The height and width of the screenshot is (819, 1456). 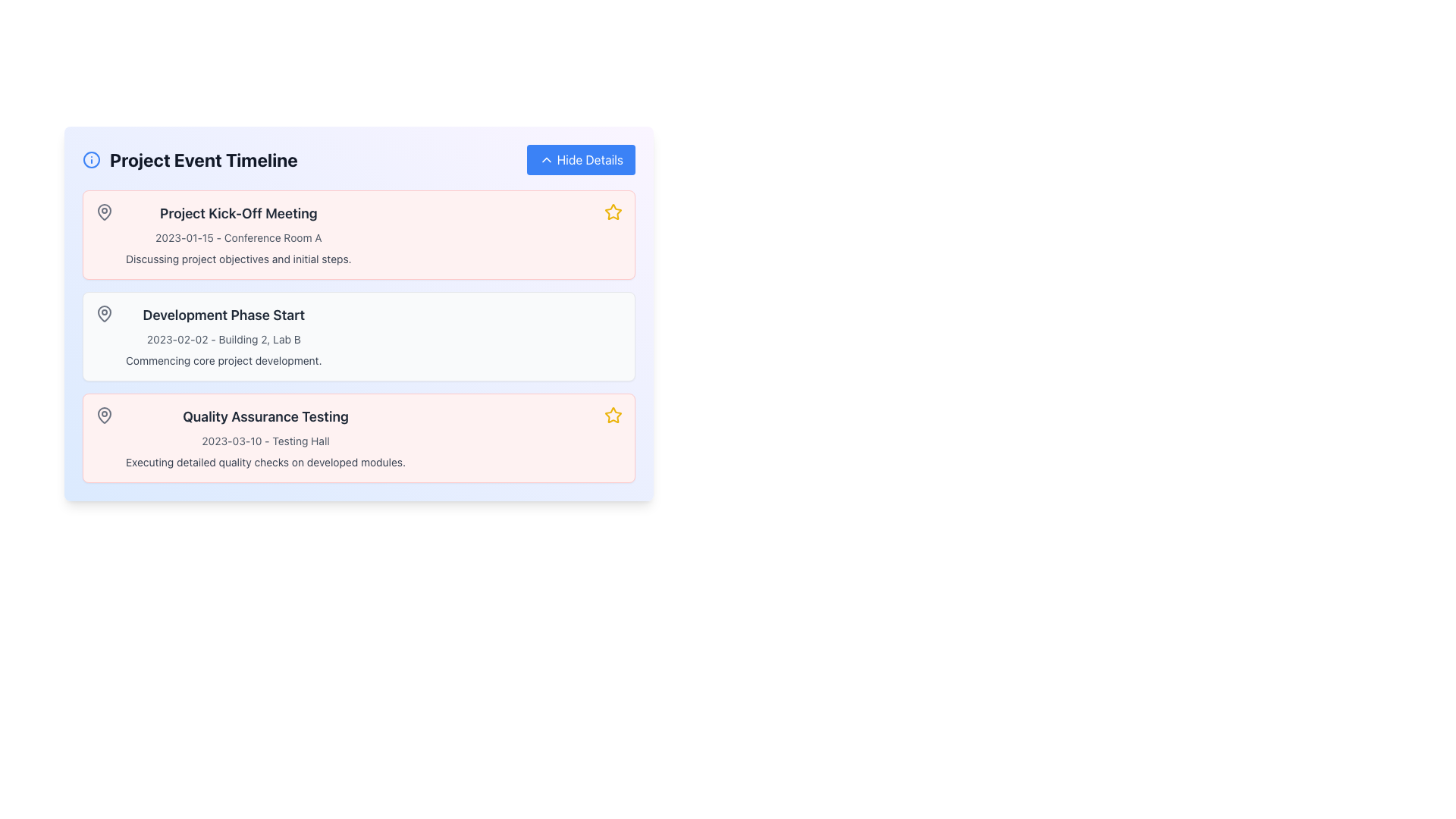 I want to click on the Card component displaying event details with the title 'Quality Assurance Testing' located in the 'Project Event Timeline' list, so click(x=358, y=438).